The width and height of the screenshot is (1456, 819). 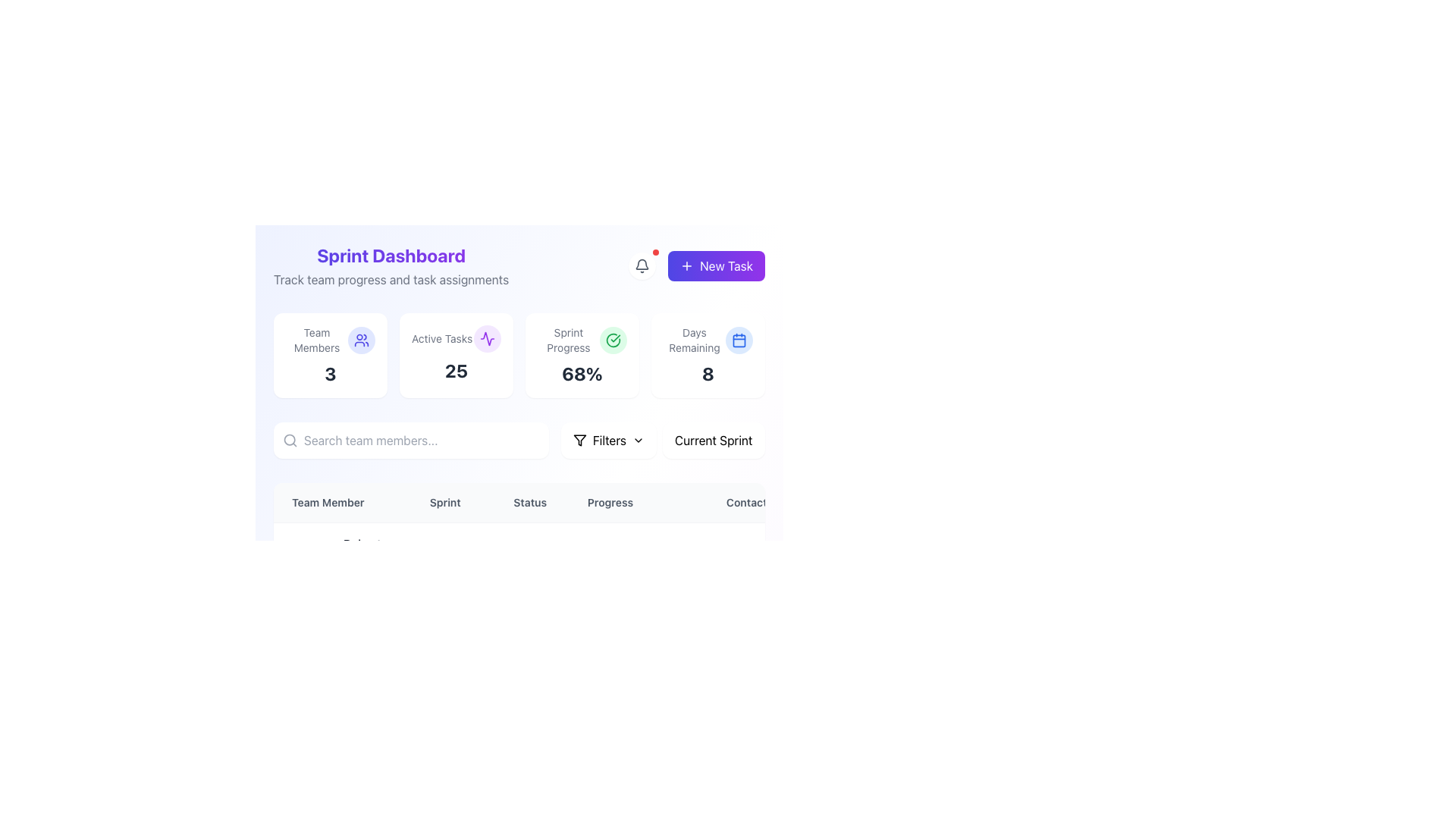 I want to click on the small circular gray indicator with a white border located at the bottom-right corner of the avatar-like element containing a purple gradient and the letter 'H', so click(x=319, y=757).